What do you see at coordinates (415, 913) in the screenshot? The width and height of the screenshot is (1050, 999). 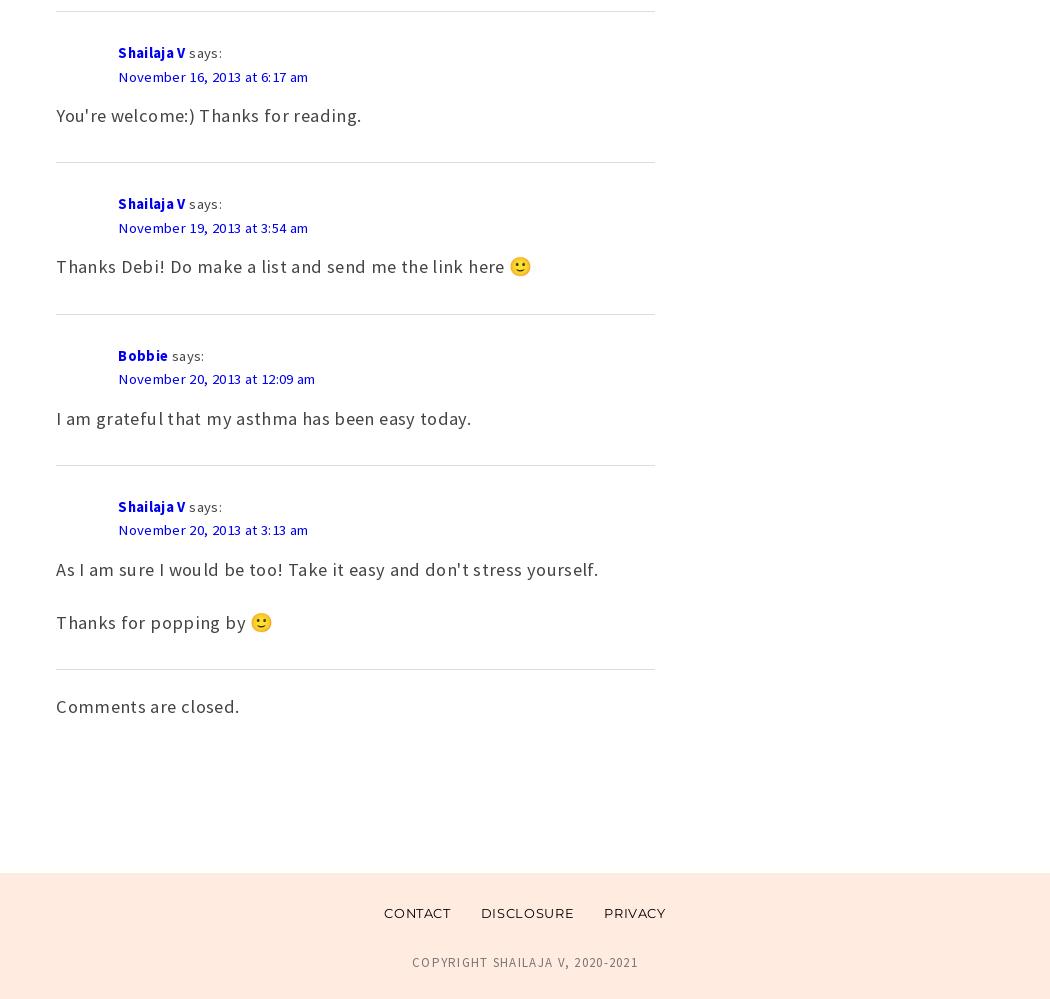 I see `'Contact'` at bounding box center [415, 913].